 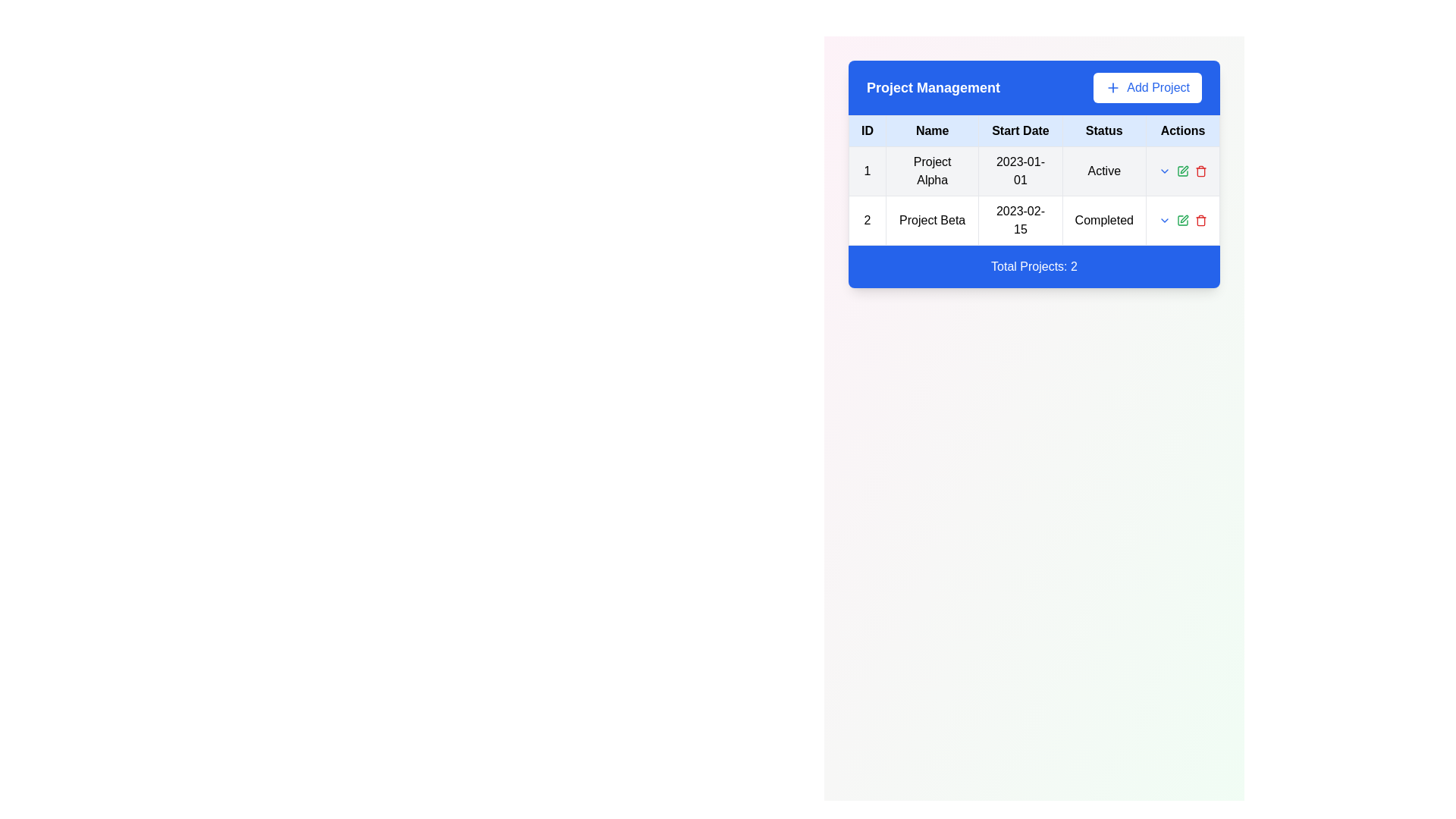 What do you see at coordinates (1200, 221) in the screenshot?
I see `the trash bin icon located in the 'Actions' column of the second row in the table beneath the 'Project Management' heading` at bounding box center [1200, 221].